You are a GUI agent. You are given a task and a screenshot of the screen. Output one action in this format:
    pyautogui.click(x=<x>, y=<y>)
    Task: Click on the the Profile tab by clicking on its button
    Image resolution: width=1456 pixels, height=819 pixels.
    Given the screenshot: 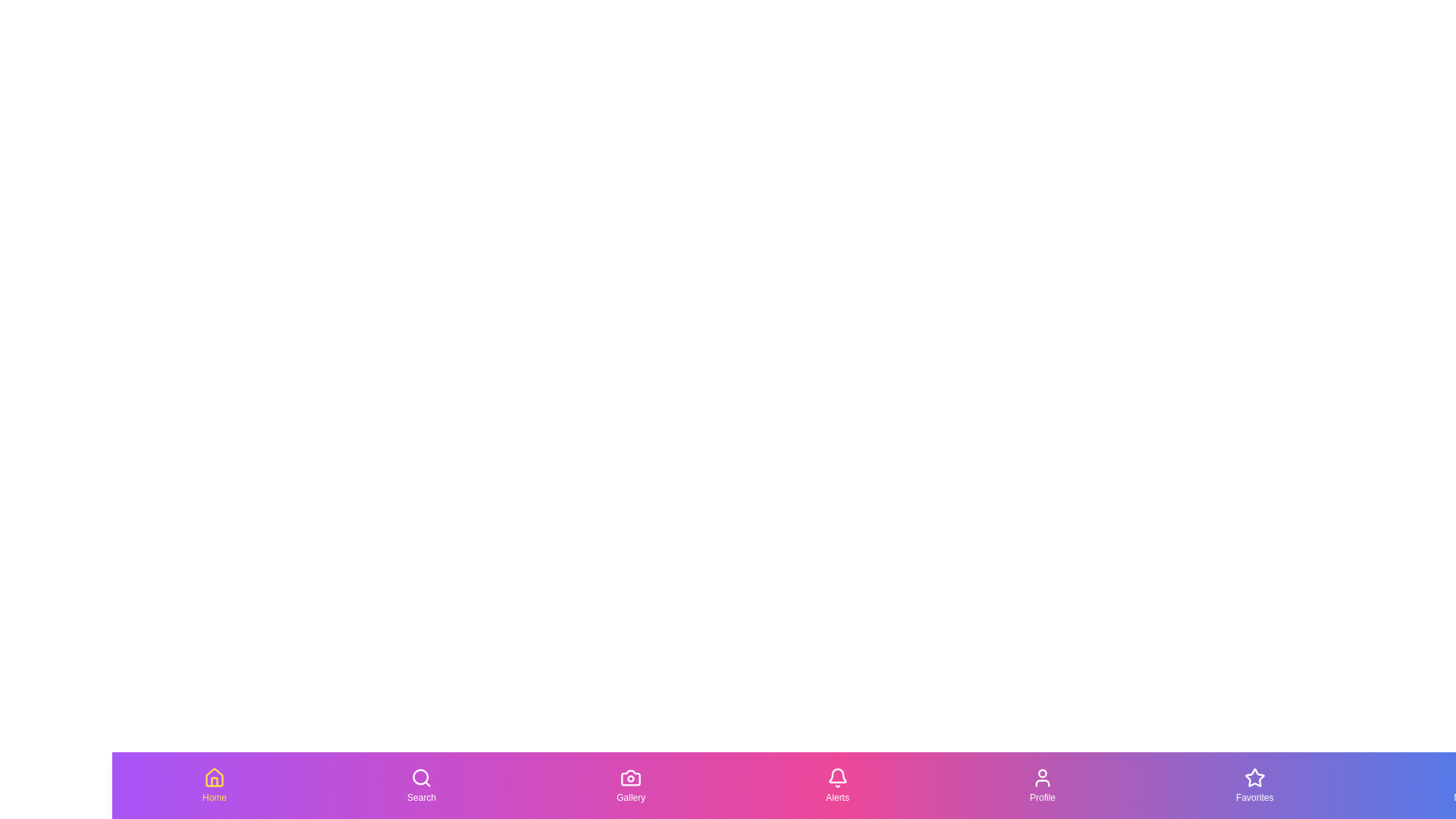 What is the action you would take?
    pyautogui.click(x=1041, y=785)
    